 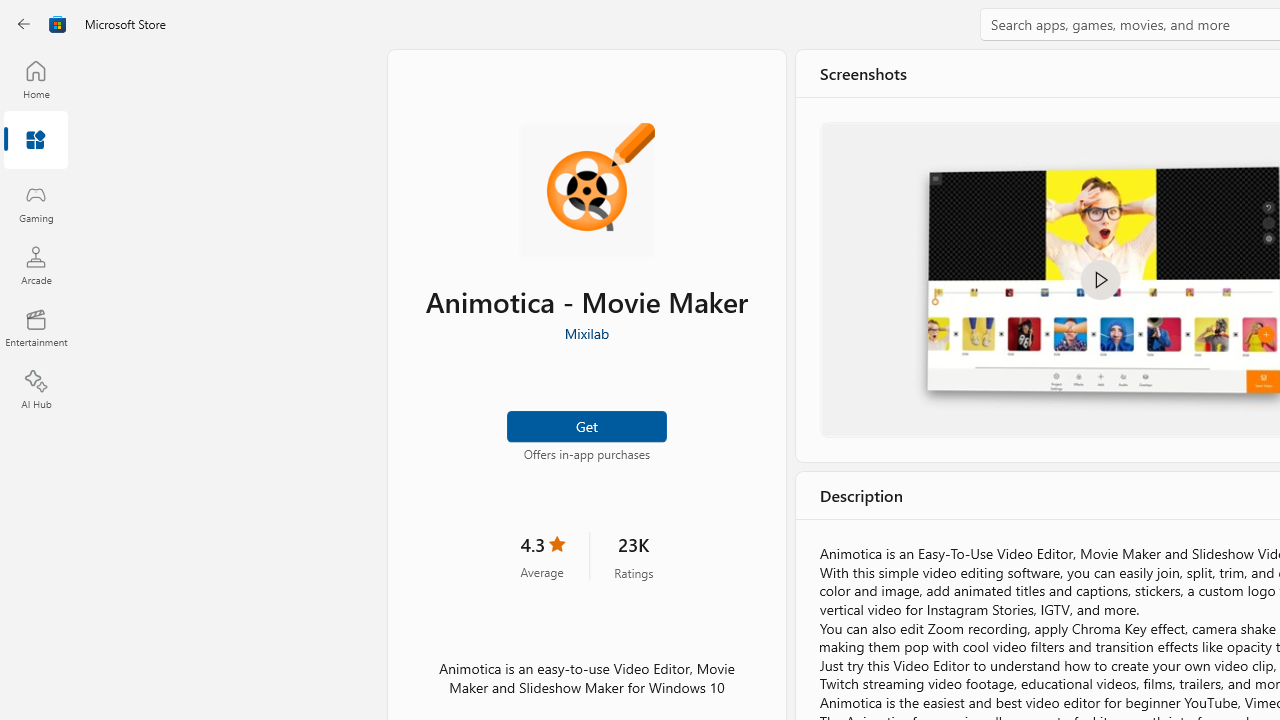 I want to click on 'Arcade', so click(x=35, y=264).